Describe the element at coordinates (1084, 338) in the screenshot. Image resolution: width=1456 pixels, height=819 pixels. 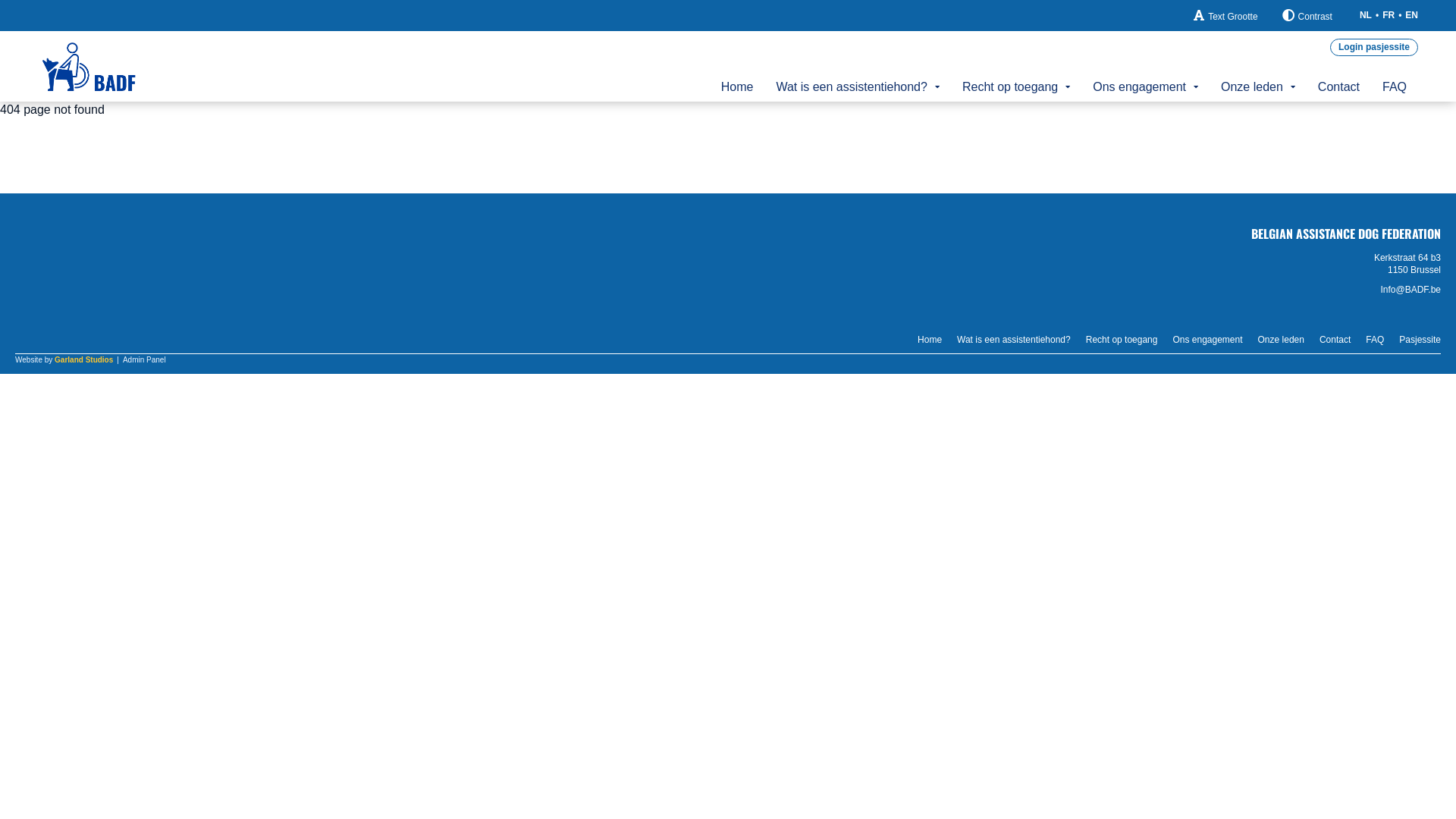
I see `'Recht op toegang'` at that location.